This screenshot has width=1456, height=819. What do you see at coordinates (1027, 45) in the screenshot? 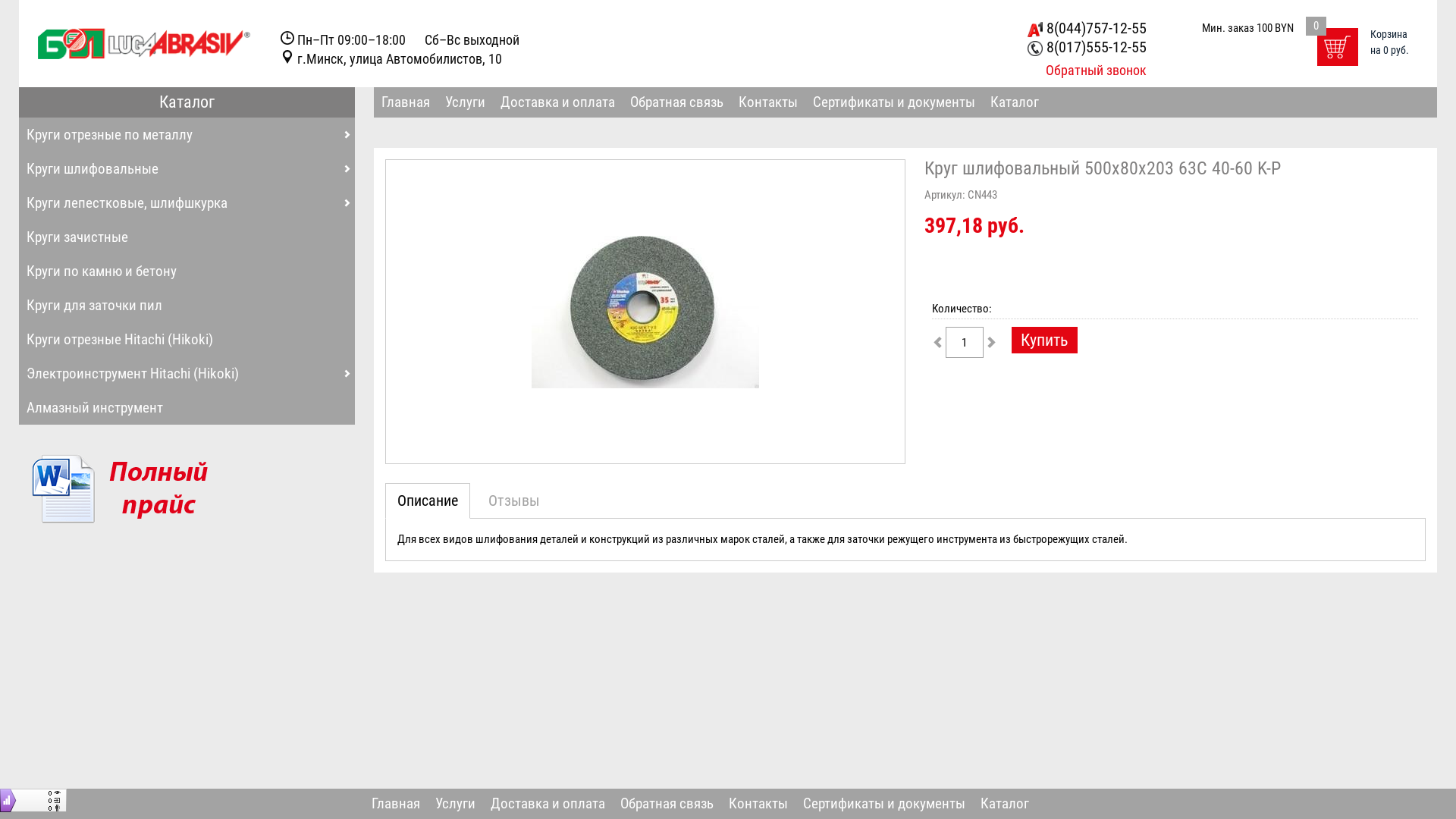
I see `'8(017)555-12-55'` at bounding box center [1027, 45].